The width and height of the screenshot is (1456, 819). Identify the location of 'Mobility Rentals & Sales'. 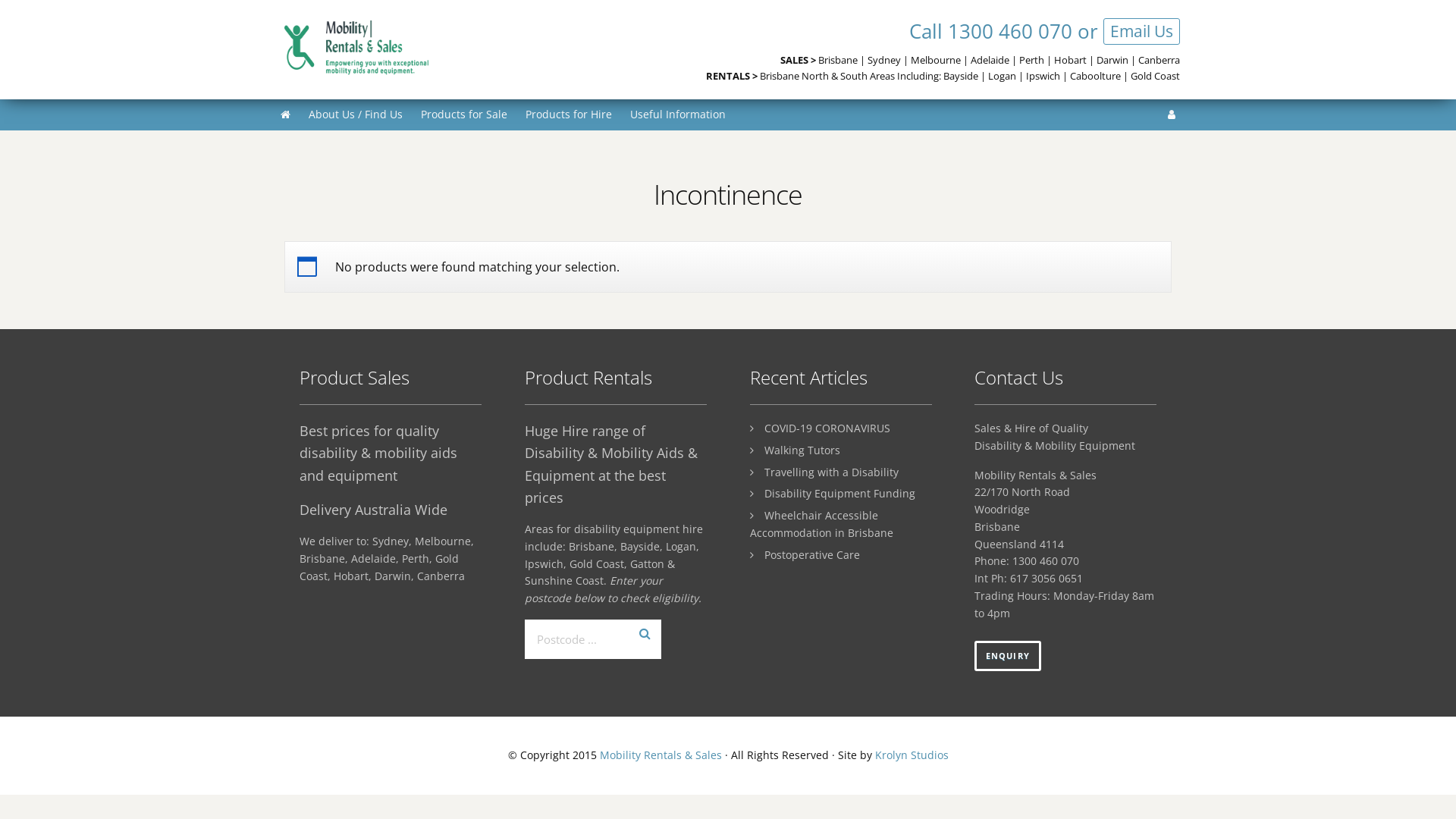
(598, 755).